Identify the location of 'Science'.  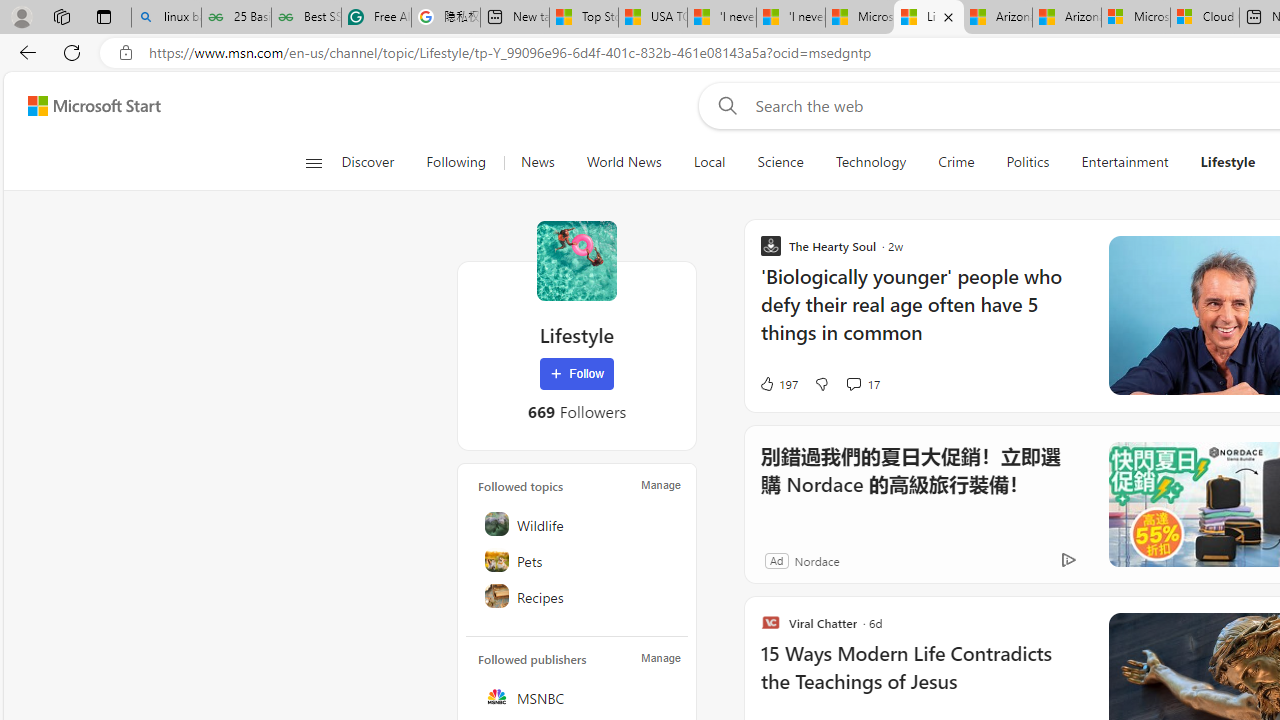
(779, 162).